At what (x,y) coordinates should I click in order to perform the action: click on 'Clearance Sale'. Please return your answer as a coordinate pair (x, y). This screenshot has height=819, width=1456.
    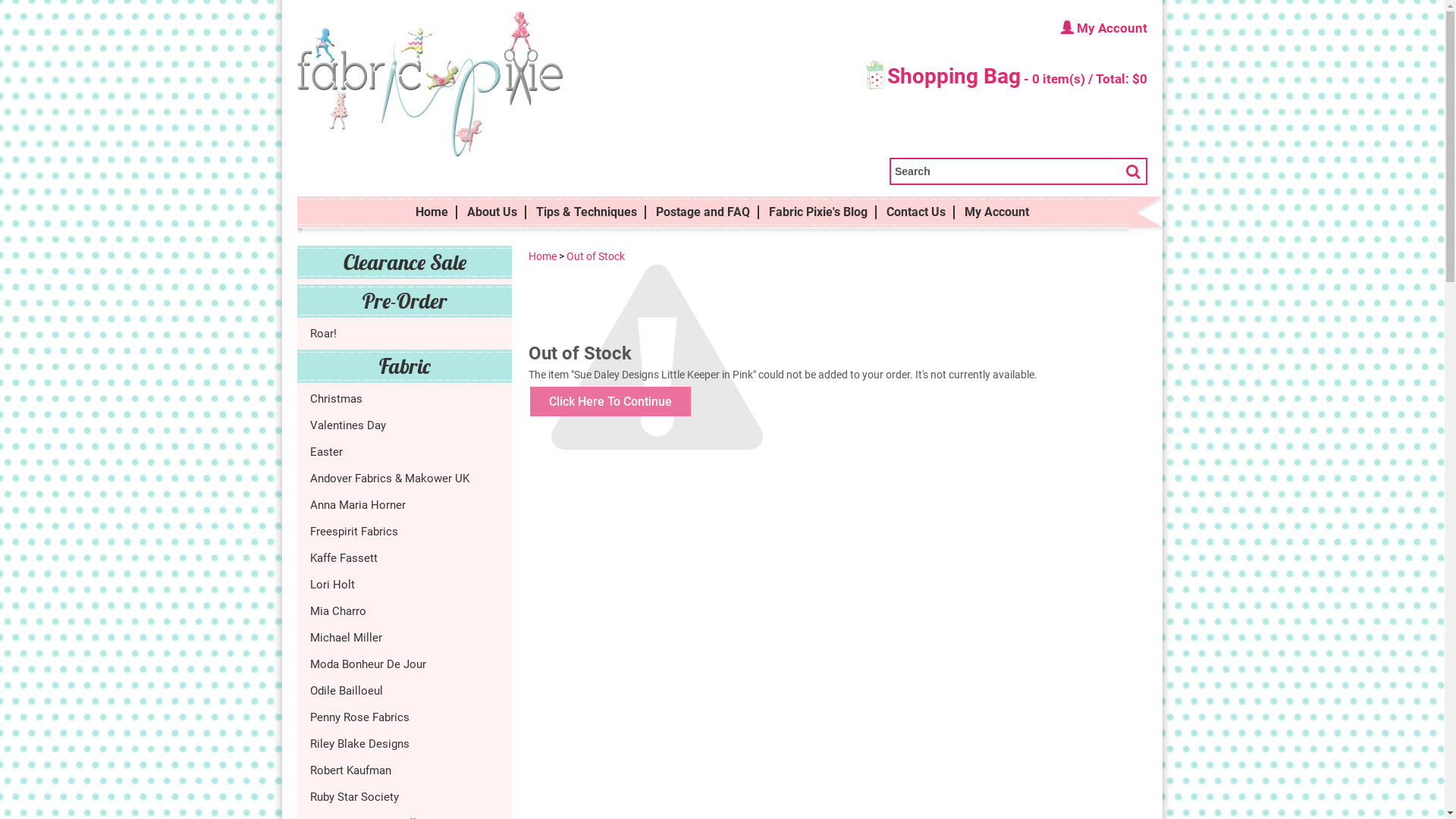
    Looking at the image, I should click on (404, 262).